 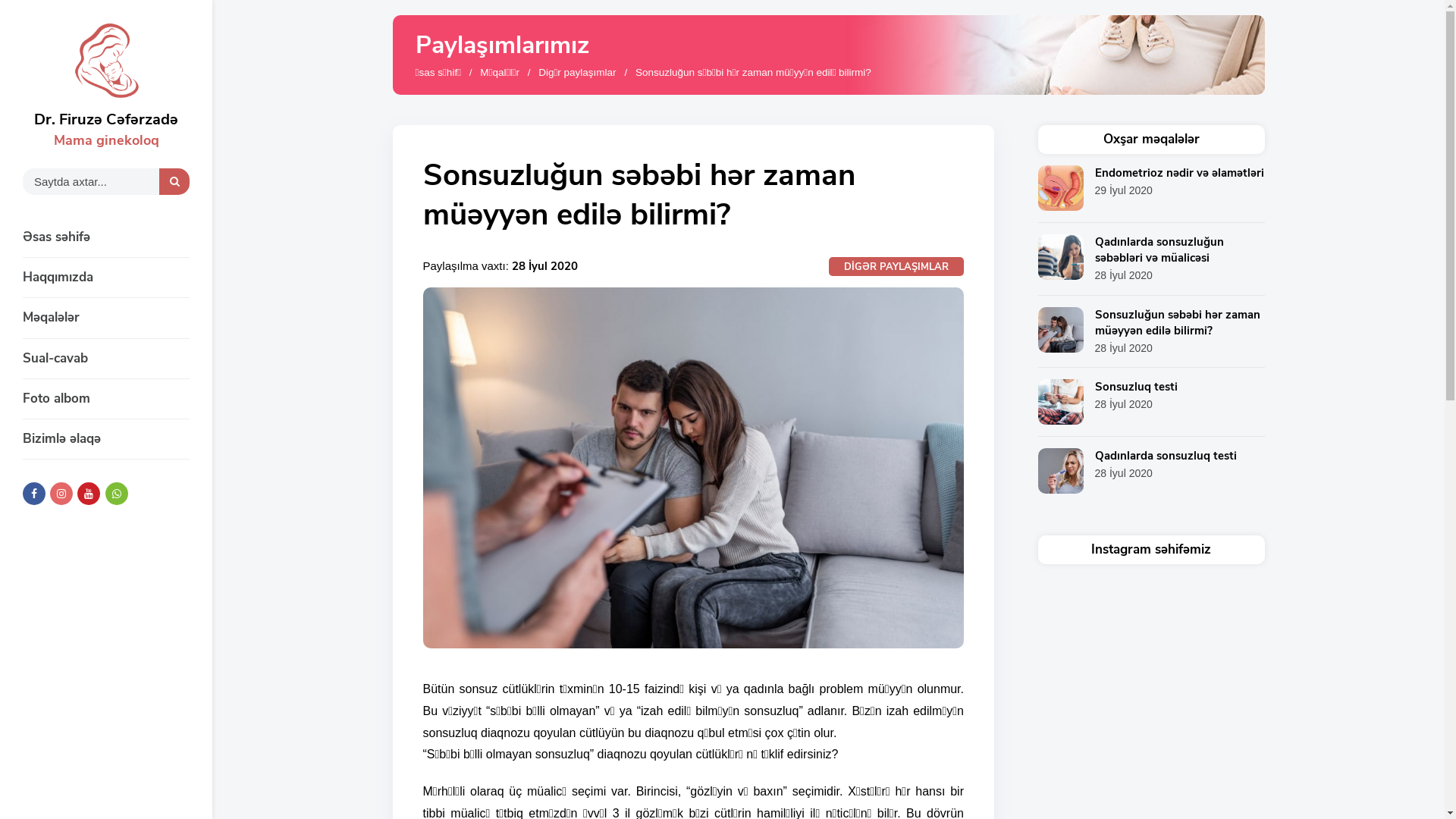 I want to click on 'Foto albom', so click(x=105, y=398).